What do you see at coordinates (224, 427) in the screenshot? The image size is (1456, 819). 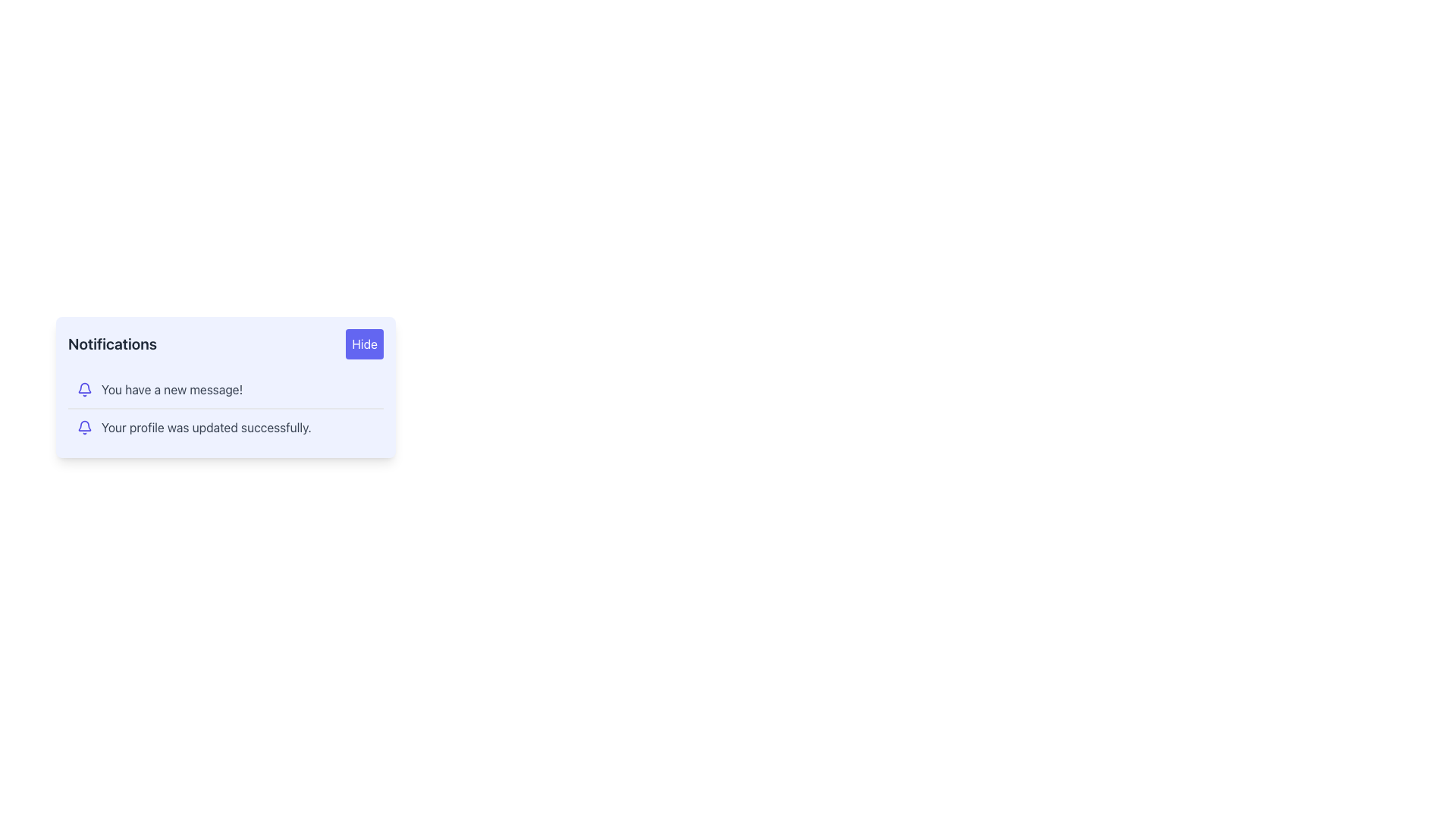 I see `the second notification message with the indigo bell icon and the text 'Your profile was updated successfully.'` at bounding box center [224, 427].